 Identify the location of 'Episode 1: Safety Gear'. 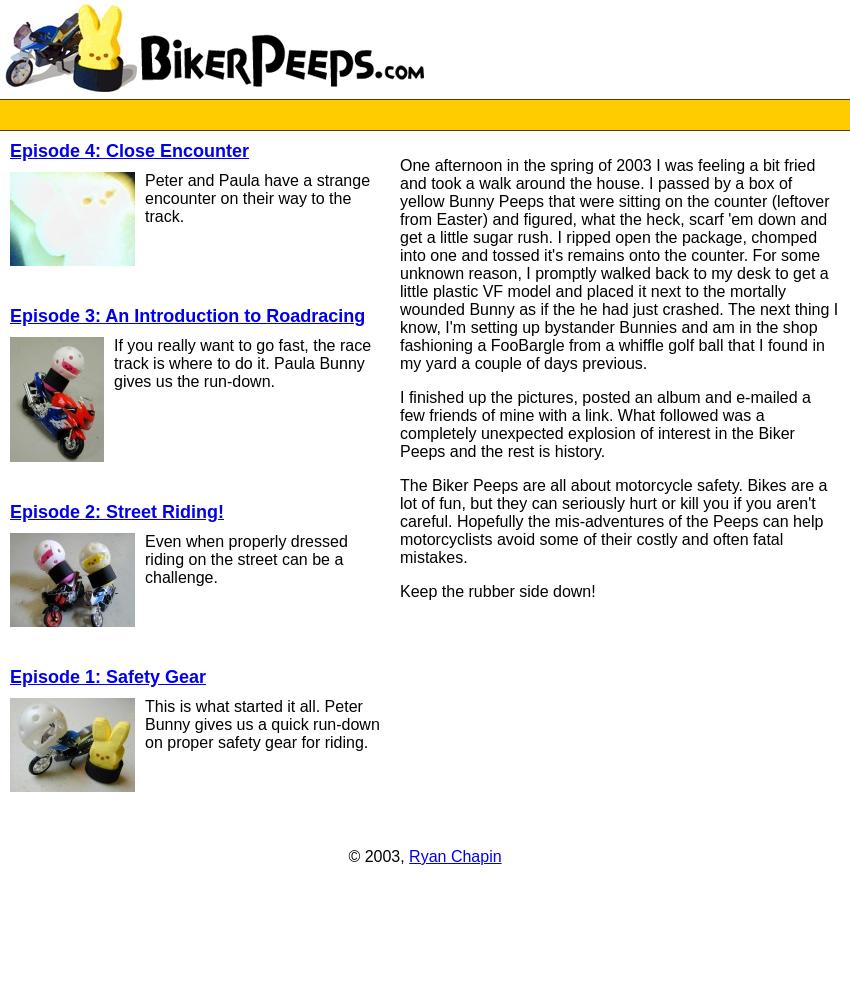
(107, 677).